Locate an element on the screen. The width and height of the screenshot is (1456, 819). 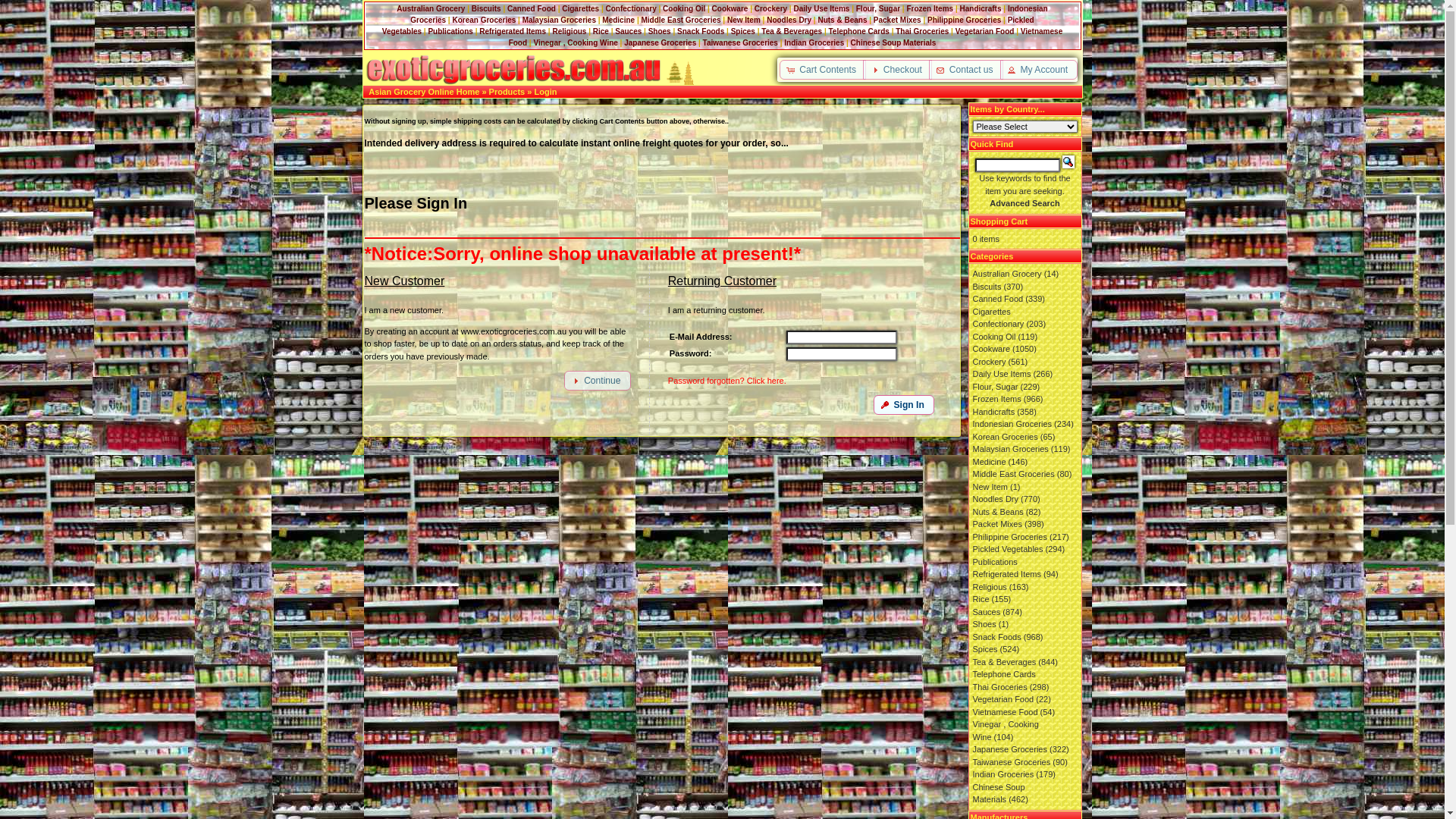
'Korean Groceries' is located at coordinates (483, 20).